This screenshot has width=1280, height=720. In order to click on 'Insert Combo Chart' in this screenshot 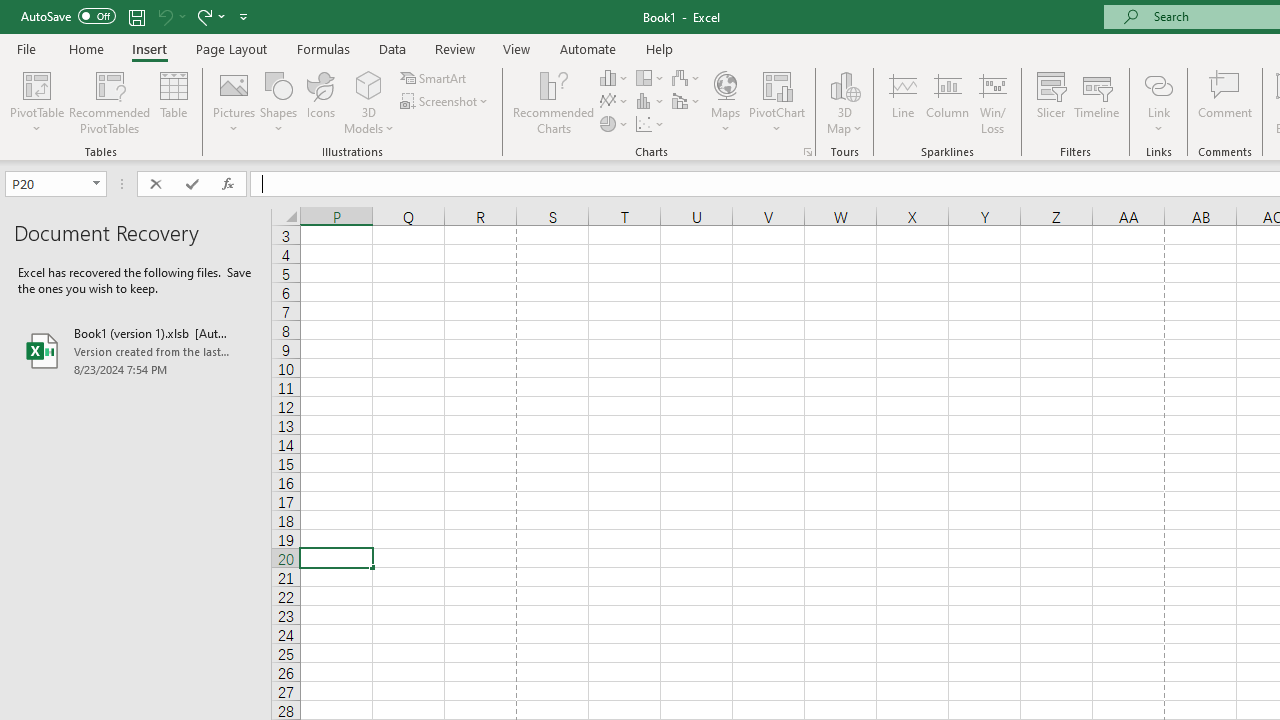, I will do `click(687, 101)`.